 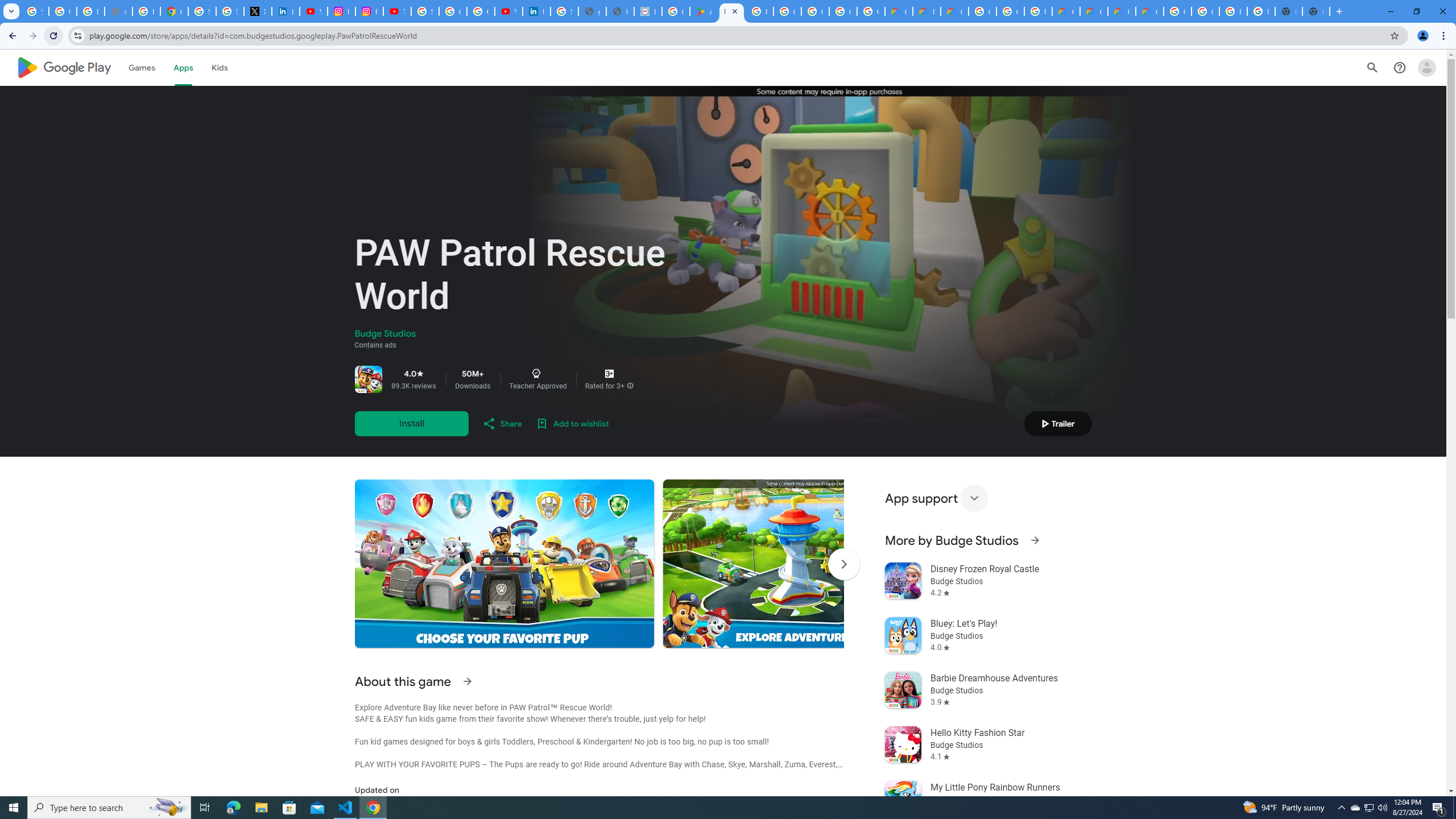 What do you see at coordinates (63, 67) in the screenshot?
I see `'Google Play logo'` at bounding box center [63, 67].